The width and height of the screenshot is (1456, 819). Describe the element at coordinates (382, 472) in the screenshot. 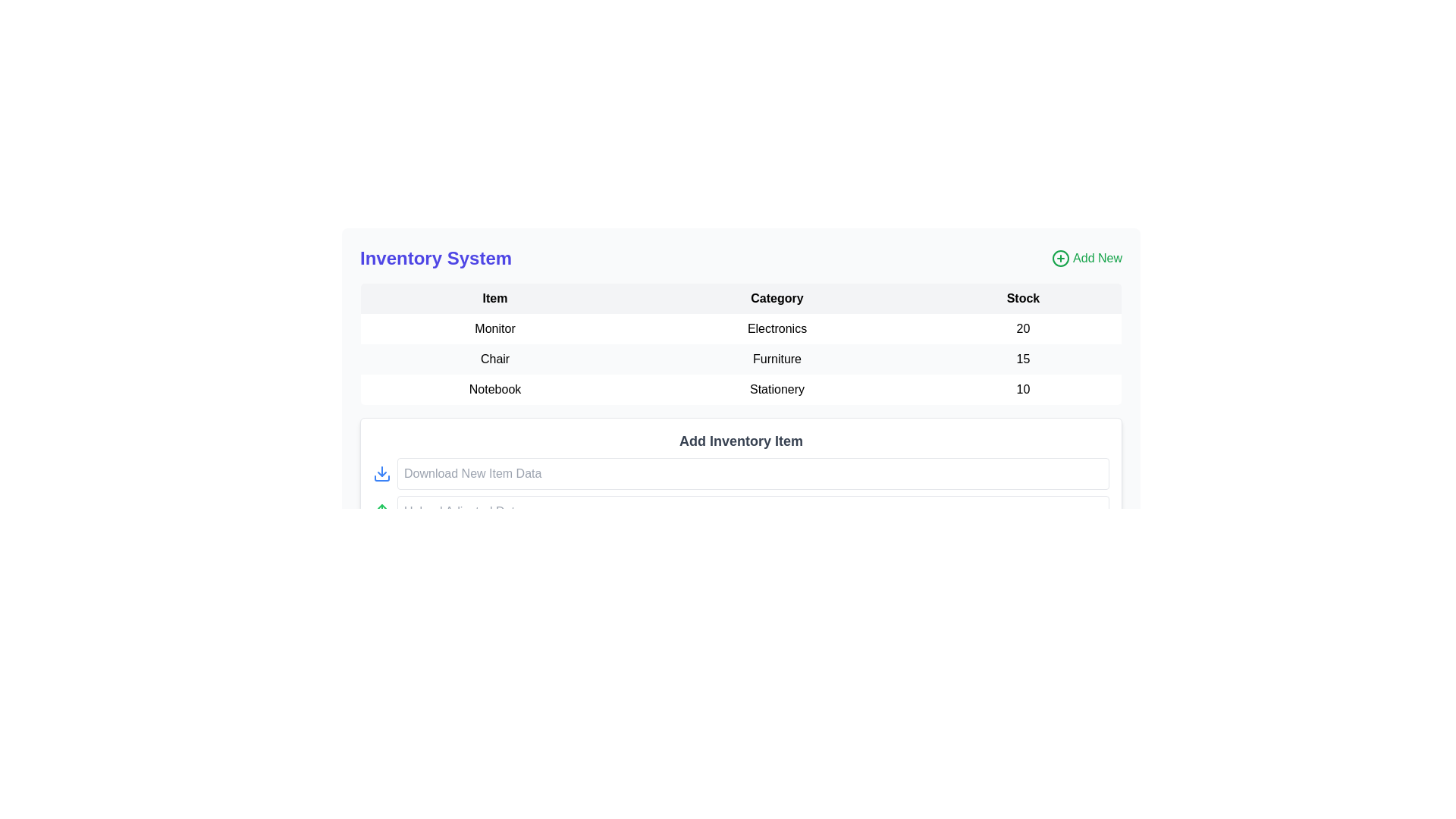

I see `the Download icon, which resembles a blue downward arrow enclosed in a square frame, located below the 'Inventory System' table in the 'Add Inventory Item' section` at that location.